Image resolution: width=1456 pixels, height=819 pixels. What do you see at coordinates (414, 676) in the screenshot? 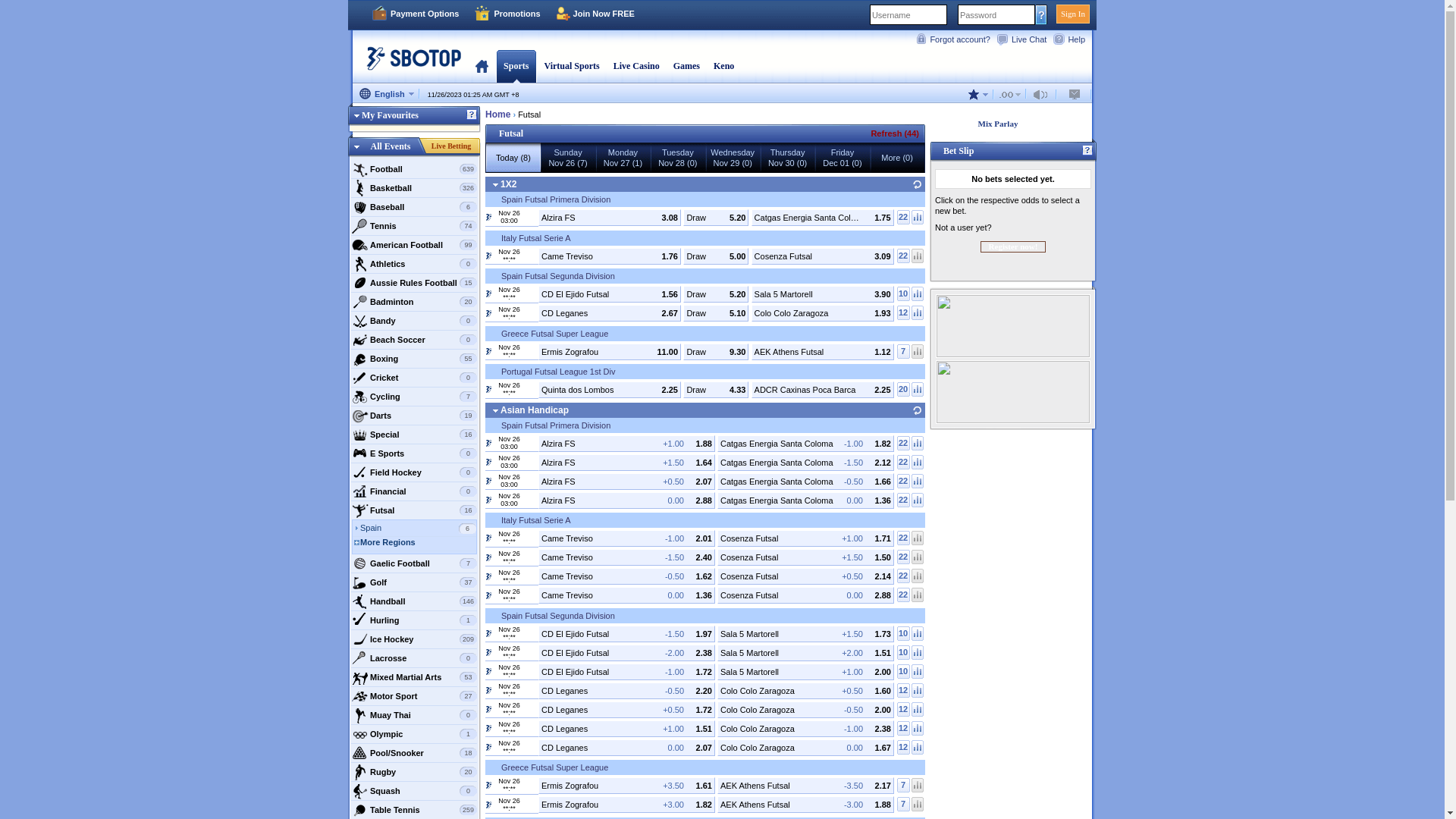
I see `'Mixed Martial Arts` at bounding box center [414, 676].